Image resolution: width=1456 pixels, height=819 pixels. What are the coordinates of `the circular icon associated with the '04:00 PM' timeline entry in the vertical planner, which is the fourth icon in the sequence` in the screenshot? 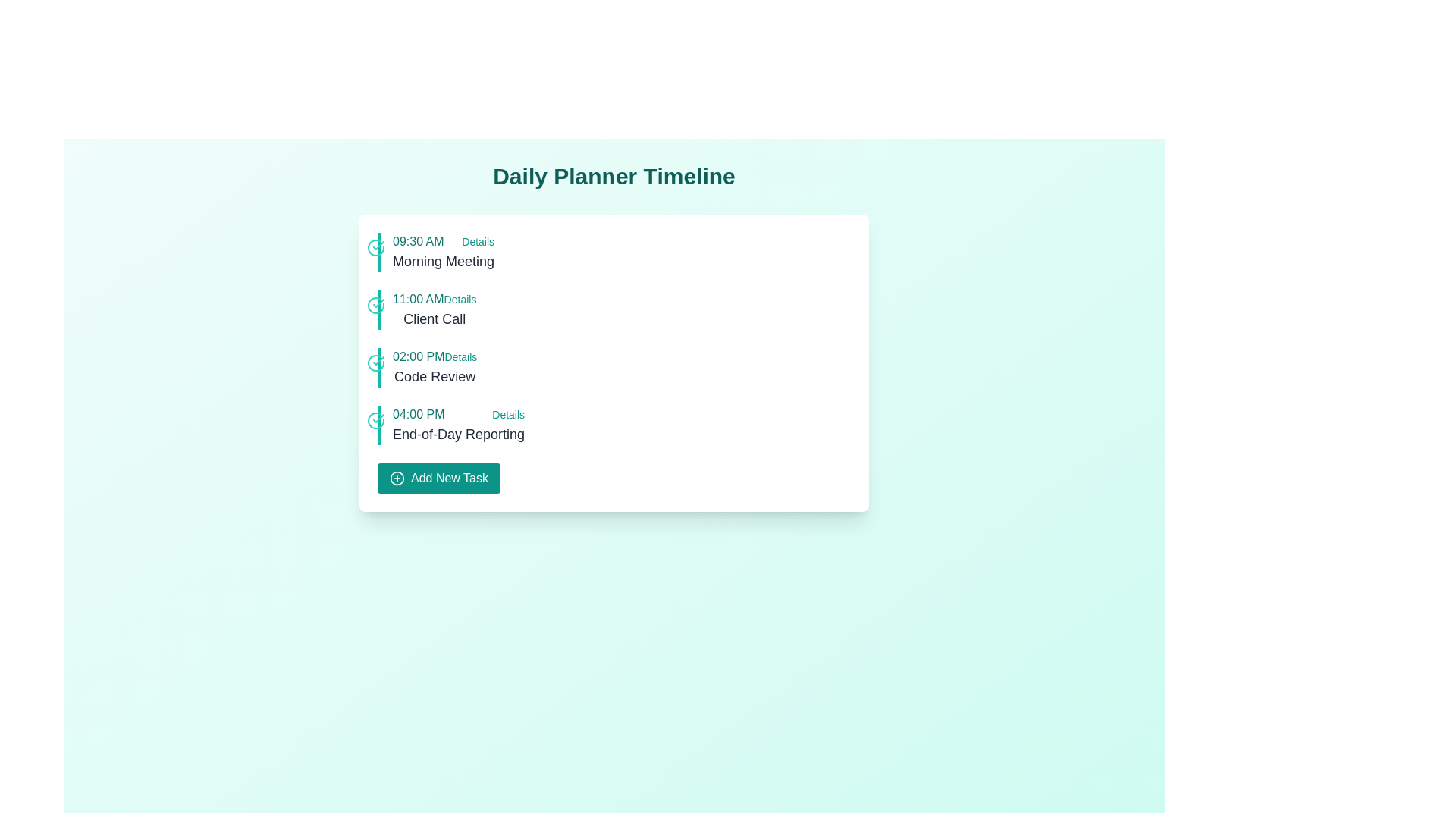 It's located at (375, 421).